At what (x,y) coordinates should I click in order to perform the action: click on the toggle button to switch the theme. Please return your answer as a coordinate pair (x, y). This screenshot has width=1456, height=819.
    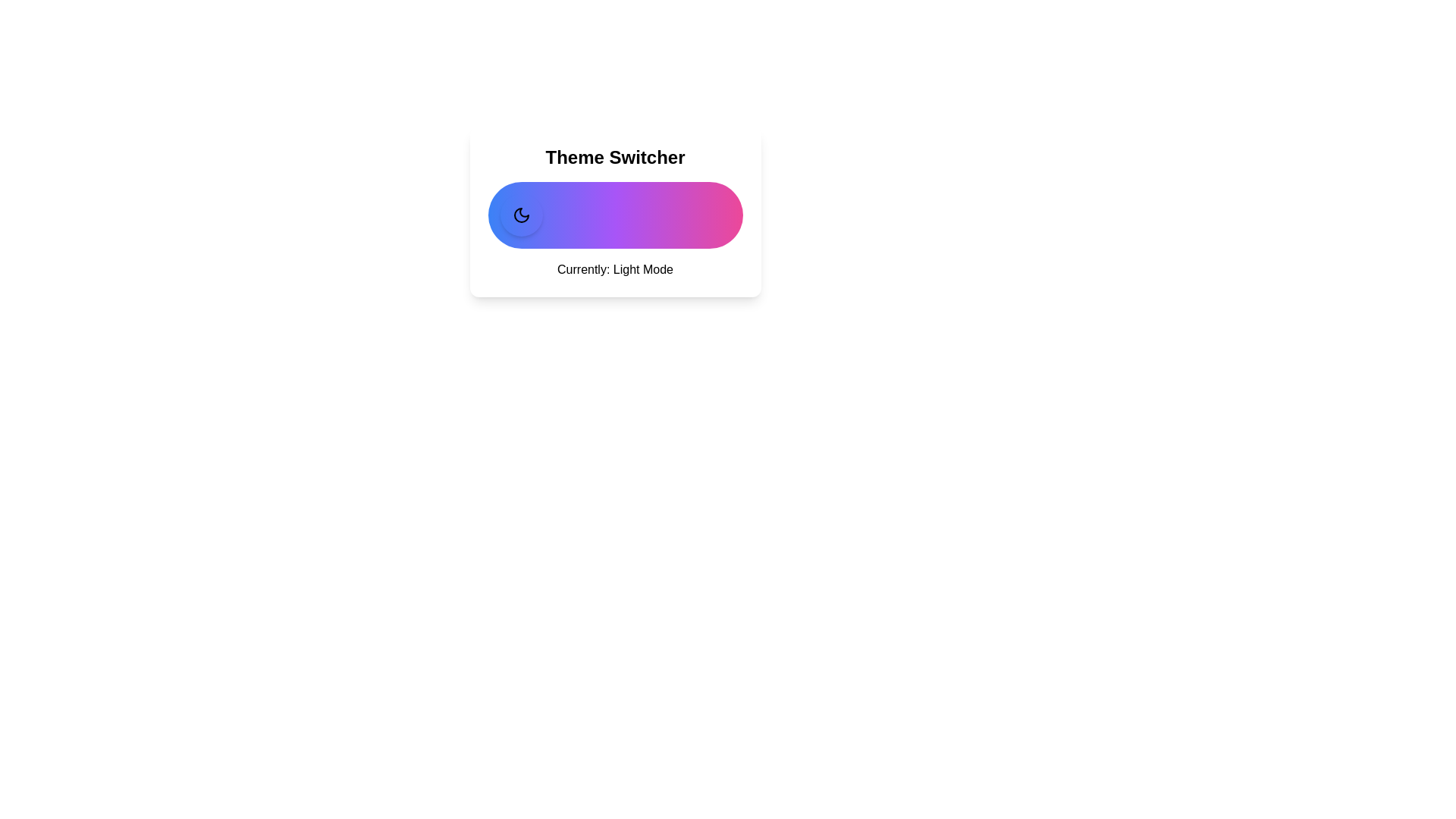
    Looking at the image, I should click on (521, 215).